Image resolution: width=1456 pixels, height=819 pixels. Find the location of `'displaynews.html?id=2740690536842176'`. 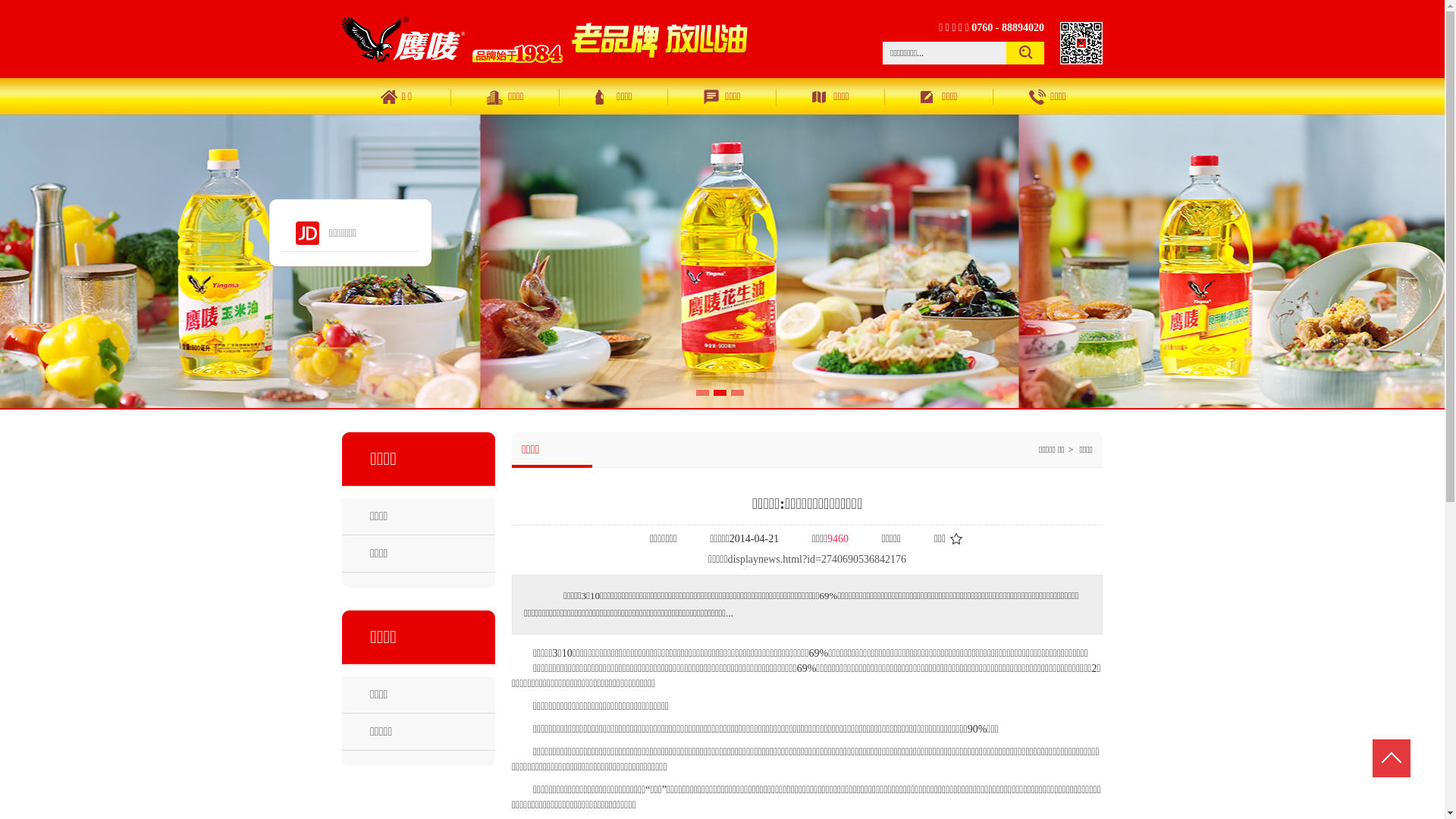

'displaynews.html?id=2740690536842176' is located at coordinates (816, 559).